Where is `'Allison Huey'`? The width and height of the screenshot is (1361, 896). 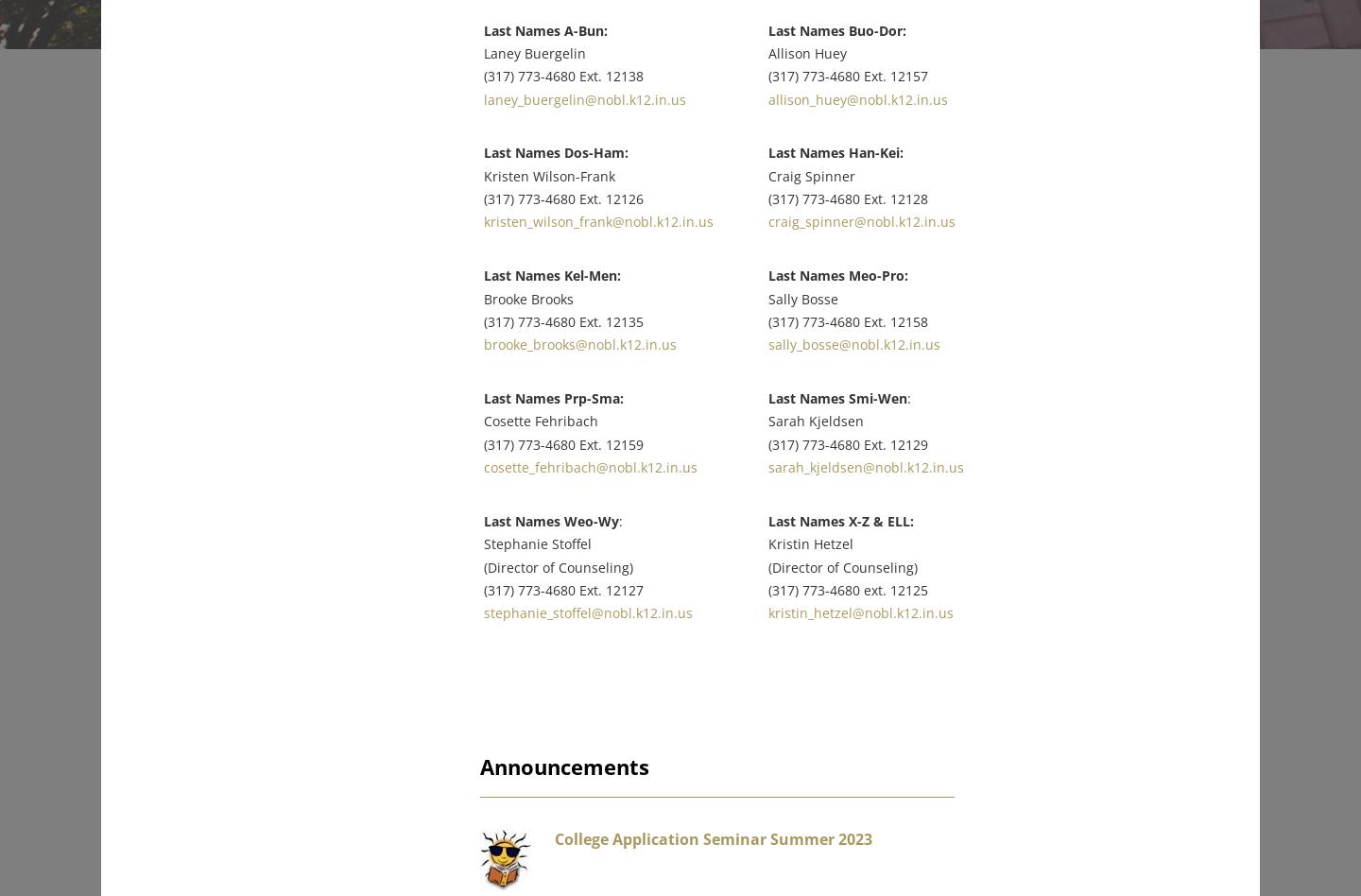 'Allison Huey' is located at coordinates (826, 40).